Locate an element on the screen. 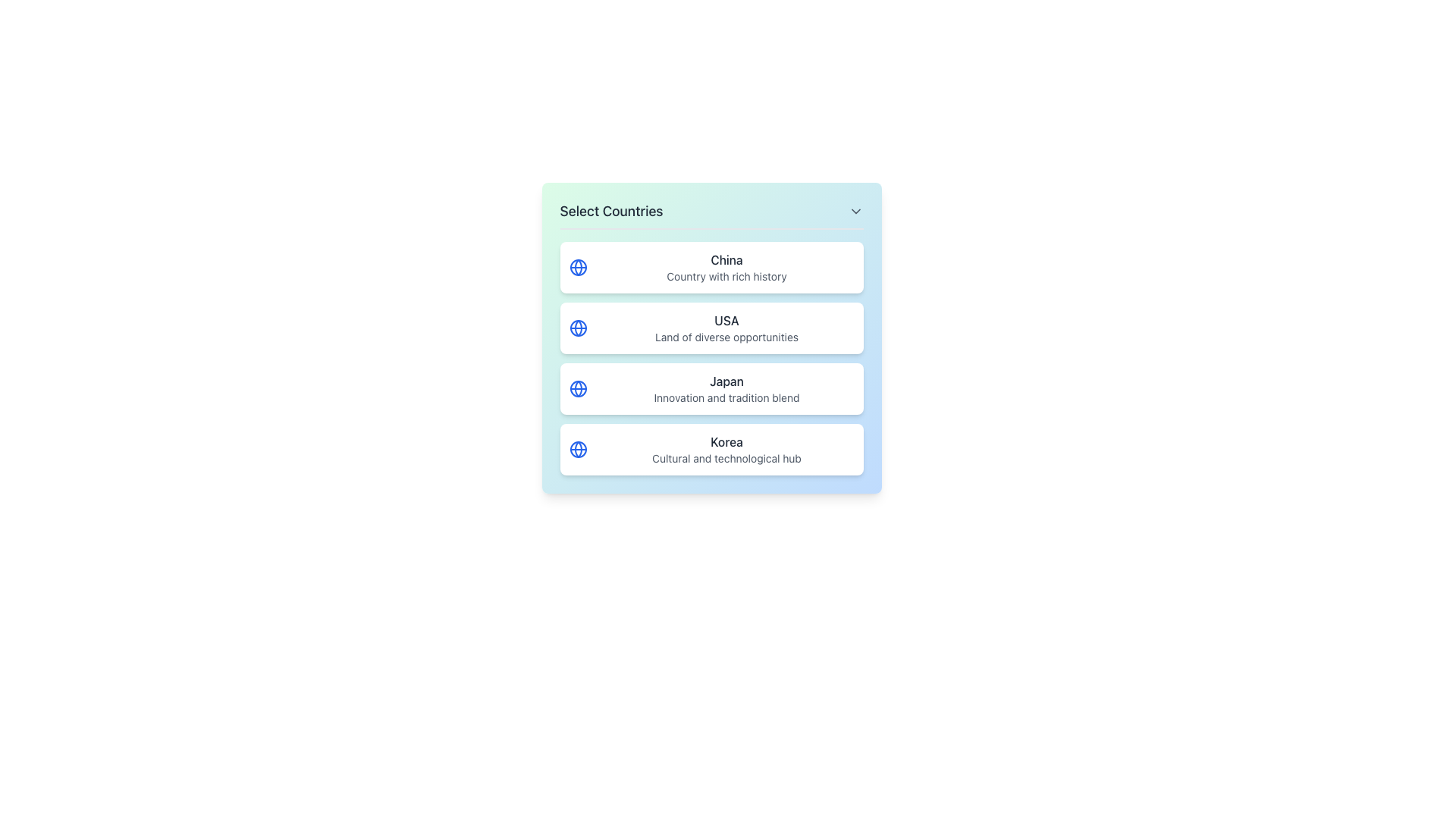  the label containing the text 'Japan', which is the third item in a vertical list of countries, positioned between 'USA' and 'Korea' is located at coordinates (726, 380).